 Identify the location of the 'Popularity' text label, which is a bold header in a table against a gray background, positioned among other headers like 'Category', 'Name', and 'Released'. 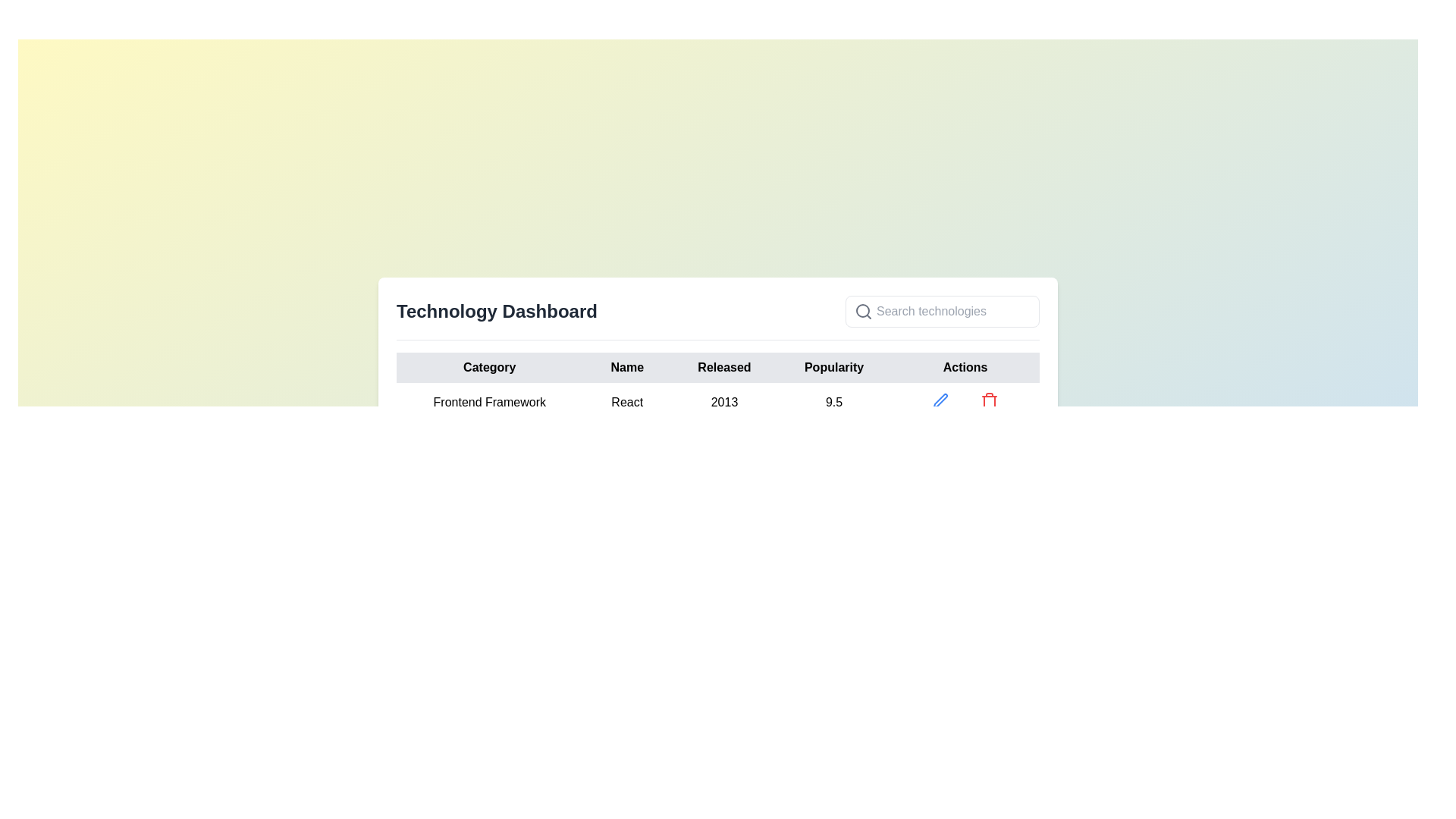
(833, 368).